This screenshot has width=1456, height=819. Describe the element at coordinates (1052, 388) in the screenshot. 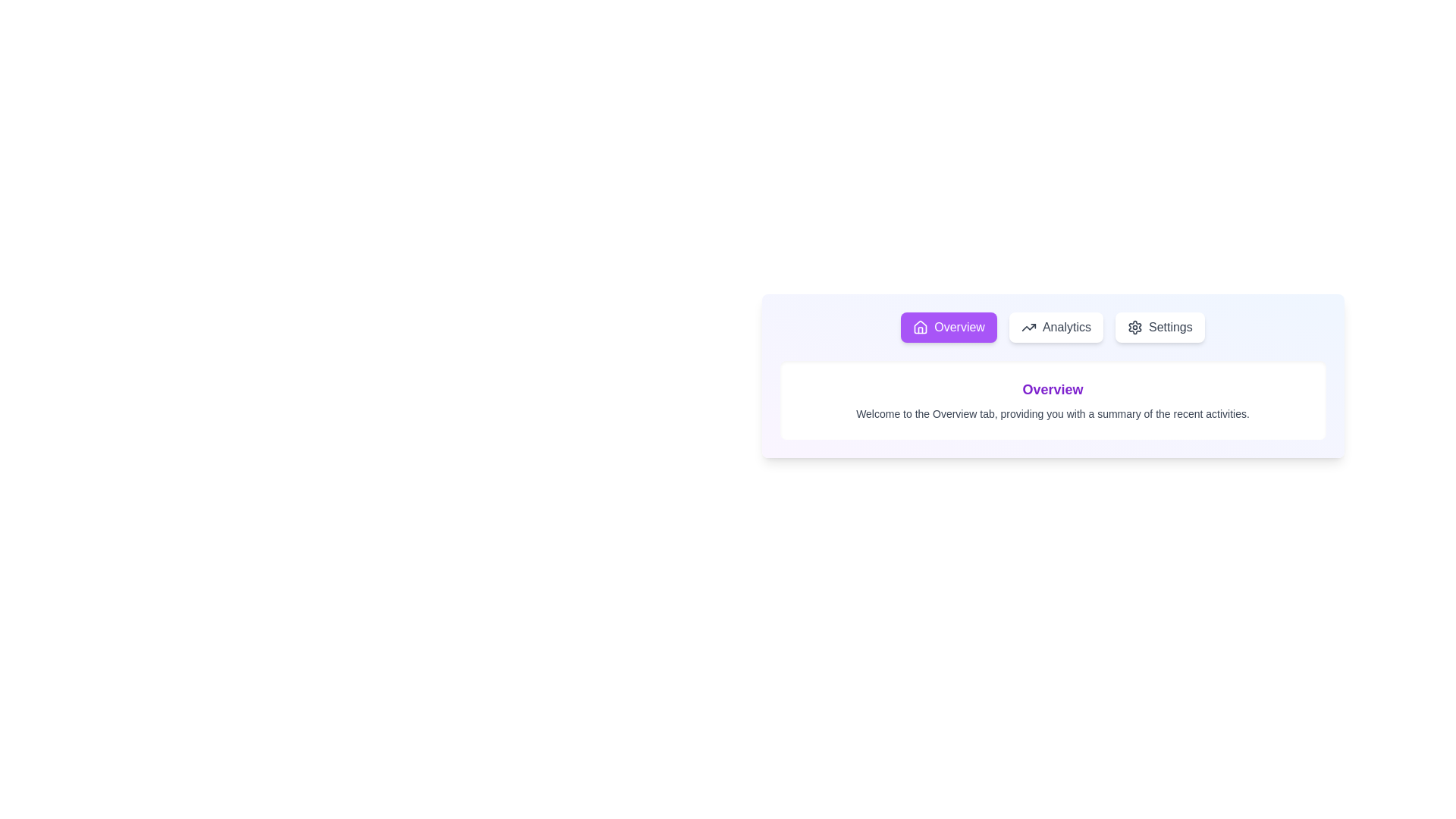

I see `the 'Overview' text label, which is prominently displayed in a large, bold, purple font above the descriptive text area` at that location.